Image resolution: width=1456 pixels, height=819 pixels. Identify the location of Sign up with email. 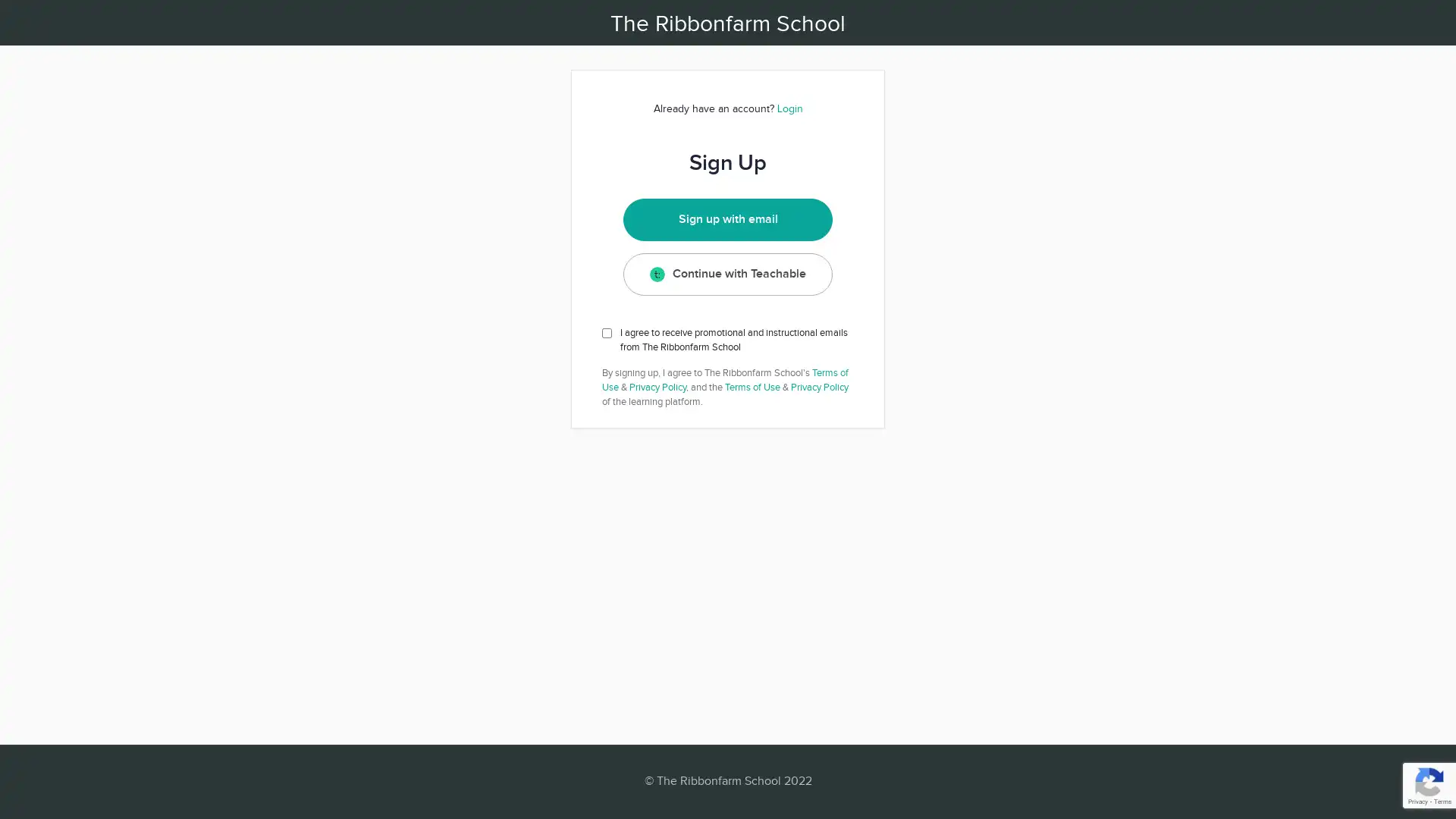
(726, 219).